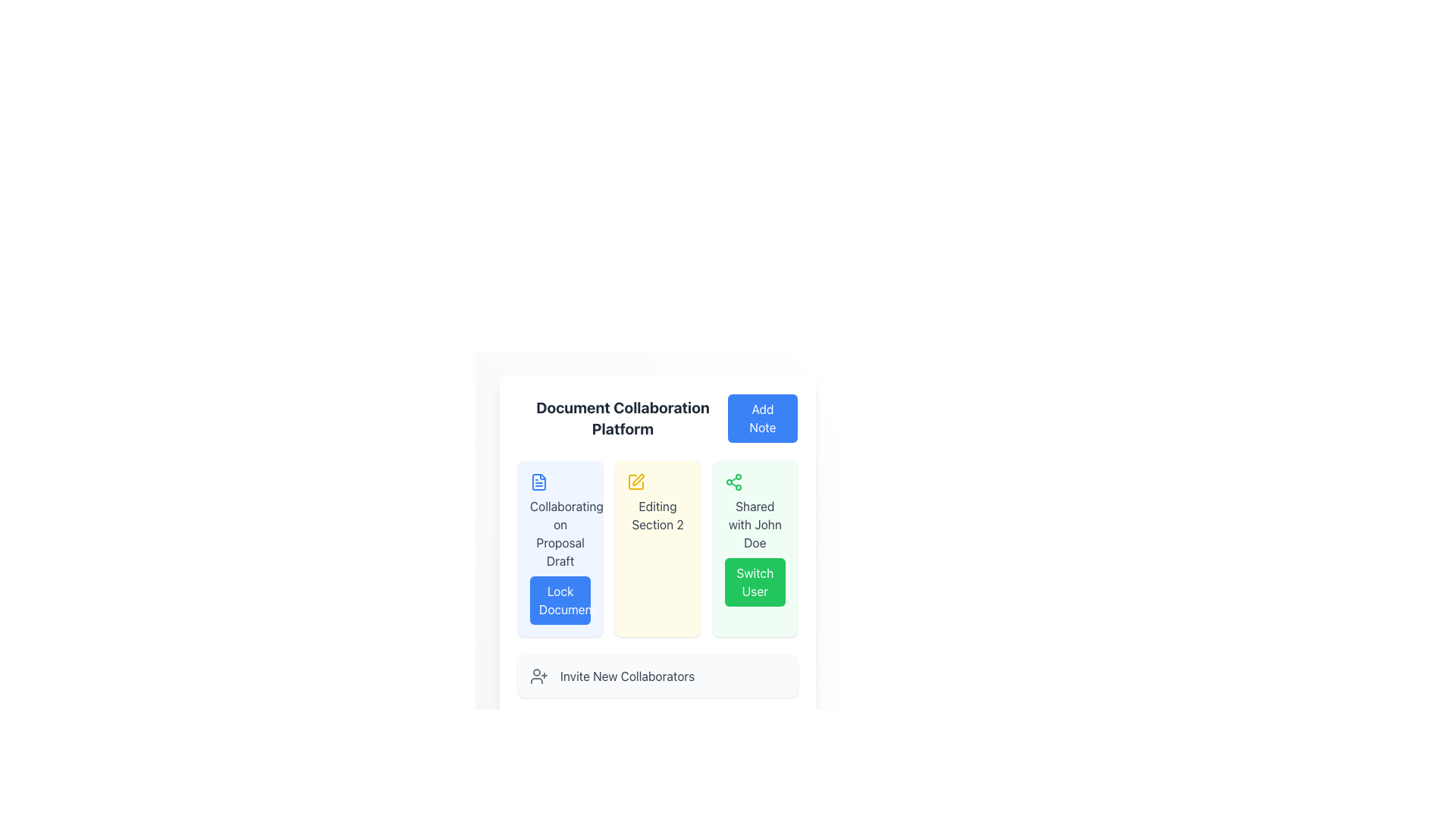 This screenshot has width=1456, height=819. What do you see at coordinates (538, 675) in the screenshot?
I see `the user figure icon with a plus sign located in the bottom left corner of the 'Invite New Collaborators' section` at bounding box center [538, 675].